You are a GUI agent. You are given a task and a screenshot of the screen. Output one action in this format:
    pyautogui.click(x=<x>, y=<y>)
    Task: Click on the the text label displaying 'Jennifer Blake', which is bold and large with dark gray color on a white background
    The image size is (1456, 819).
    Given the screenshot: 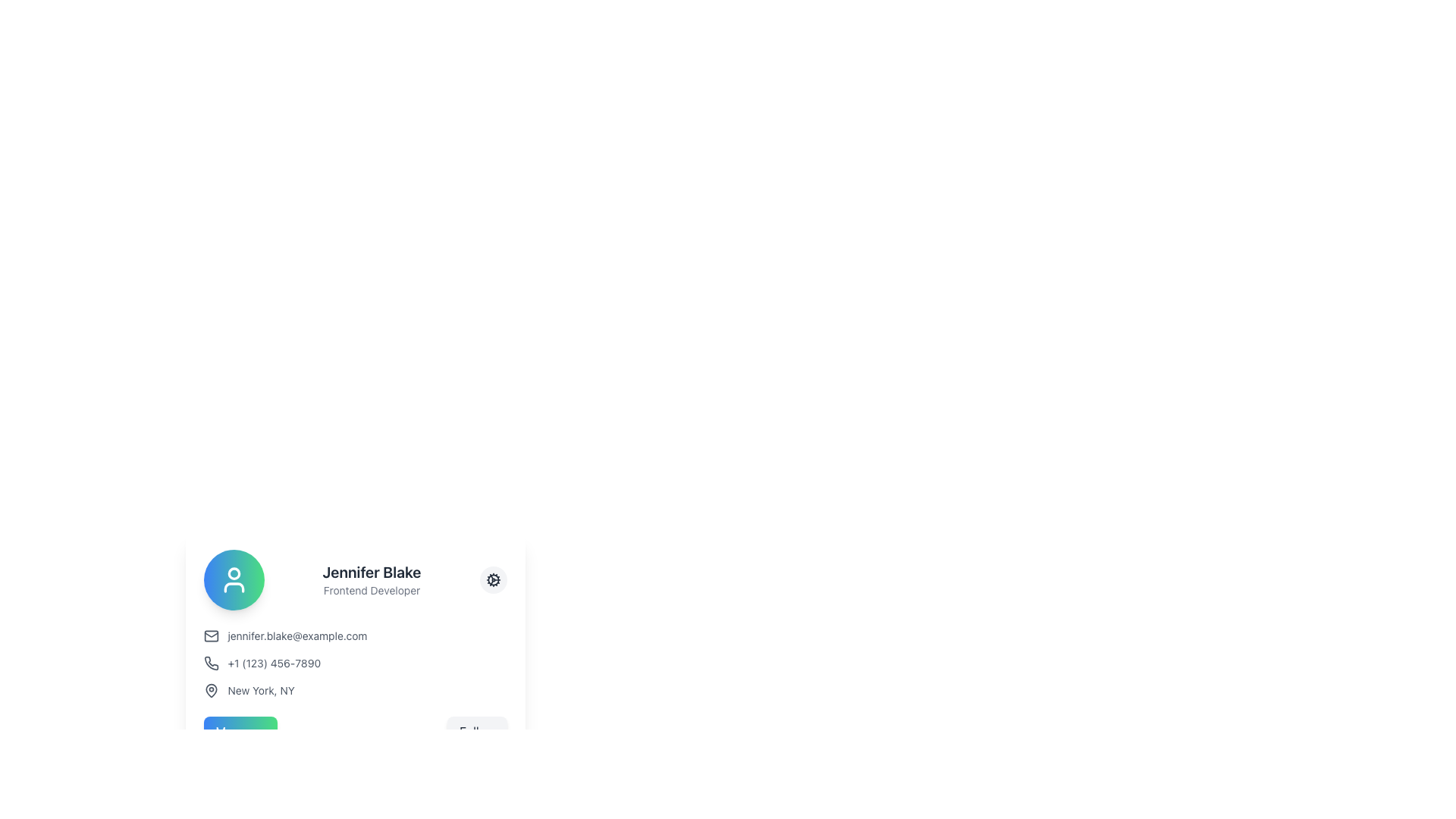 What is the action you would take?
    pyautogui.click(x=372, y=573)
    